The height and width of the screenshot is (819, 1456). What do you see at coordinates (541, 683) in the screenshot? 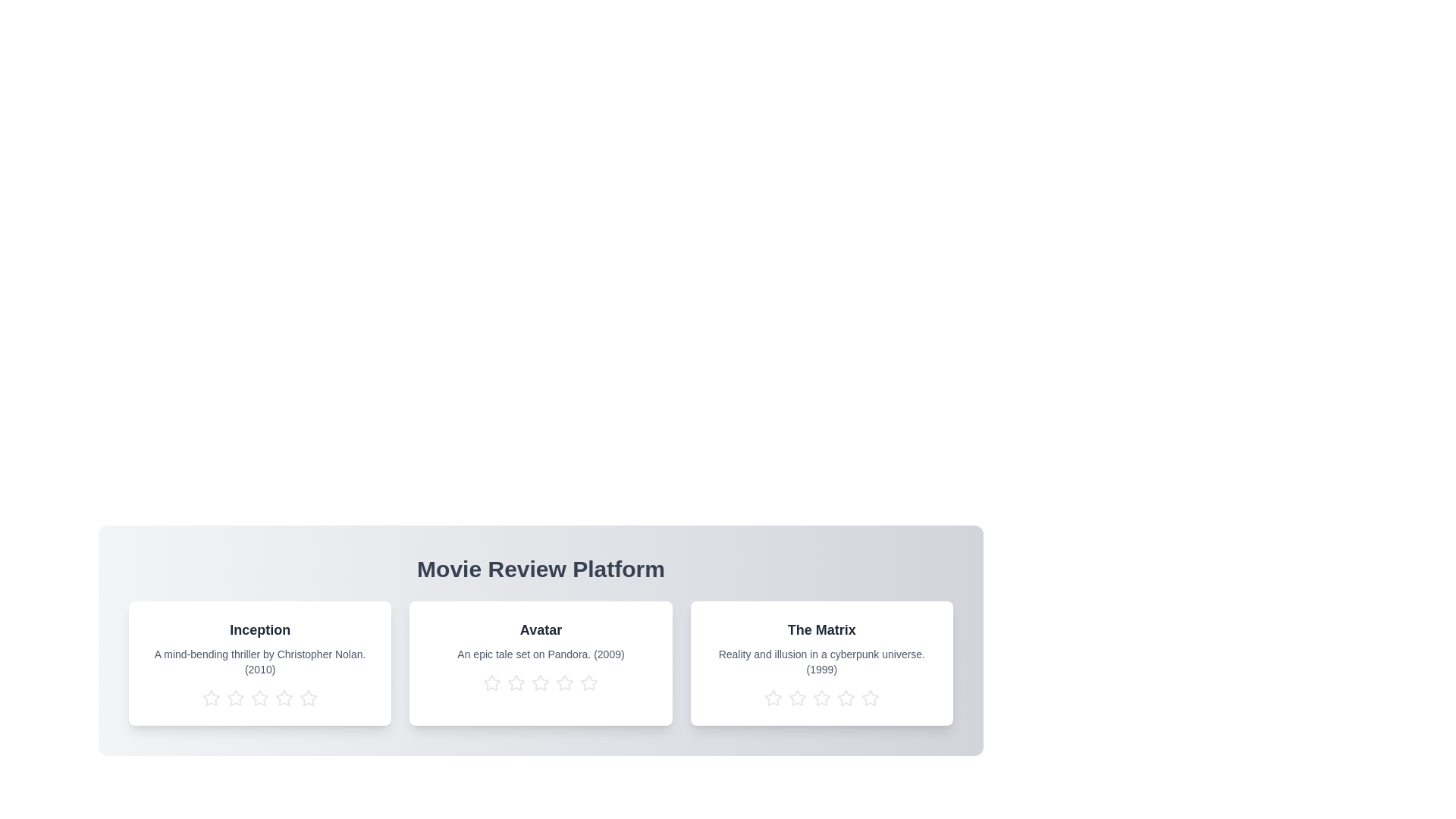
I see `the star corresponding to 3 stars for the movie titled Avatar` at bounding box center [541, 683].